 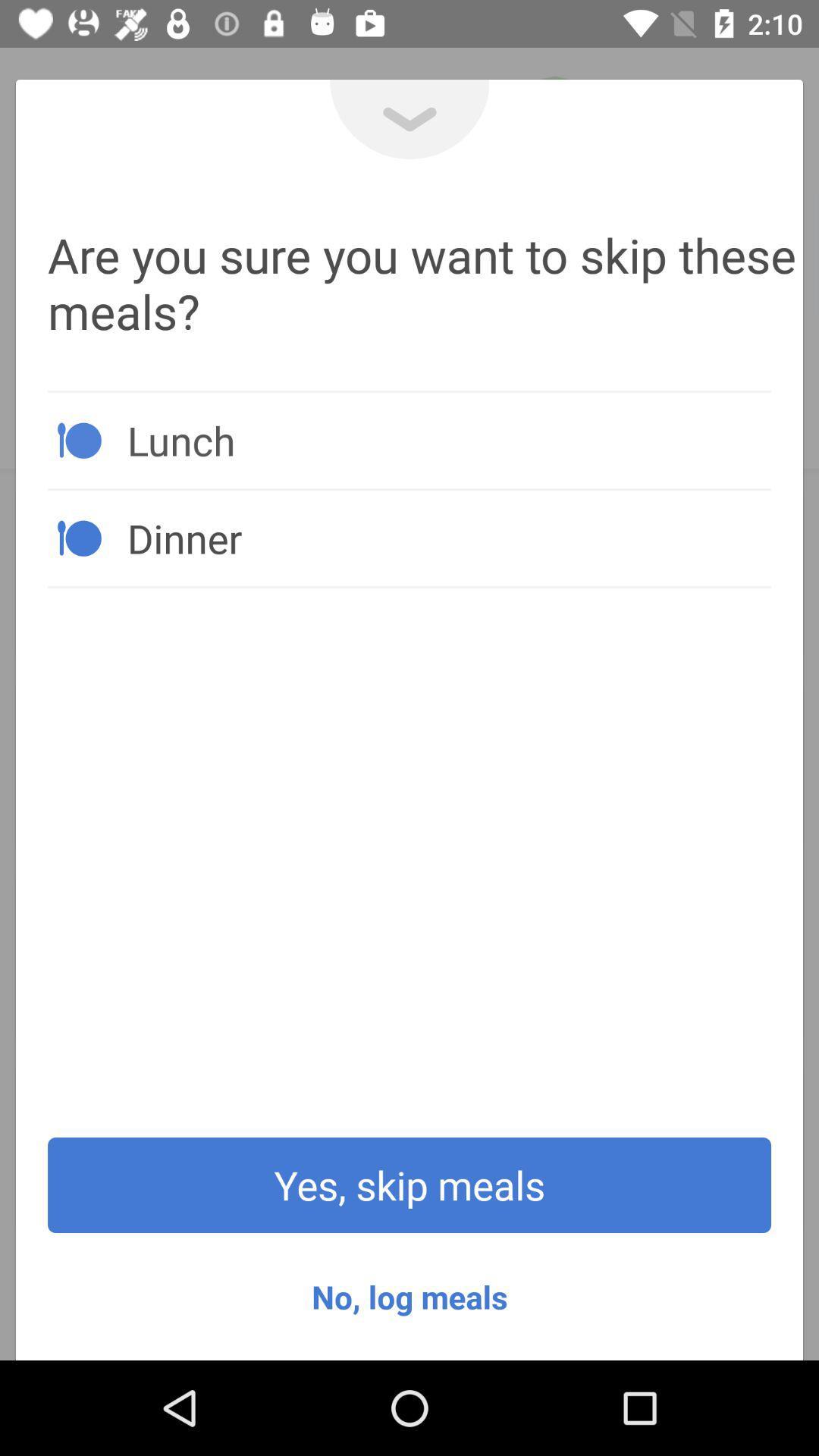 What do you see at coordinates (448, 439) in the screenshot?
I see `icon above the dinner` at bounding box center [448, 439].